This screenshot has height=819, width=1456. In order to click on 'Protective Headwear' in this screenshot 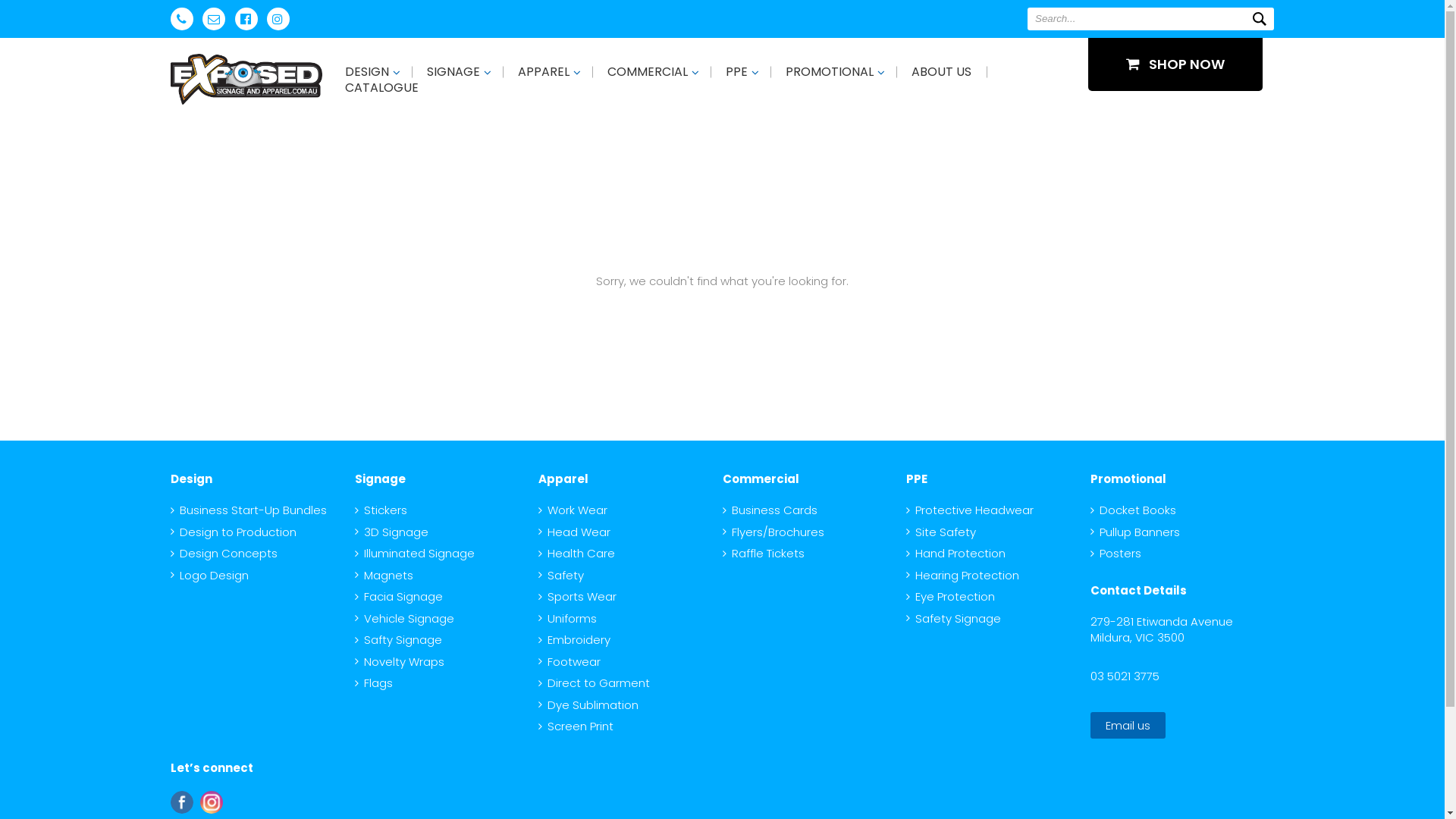, I will do `click(968, 510)`.